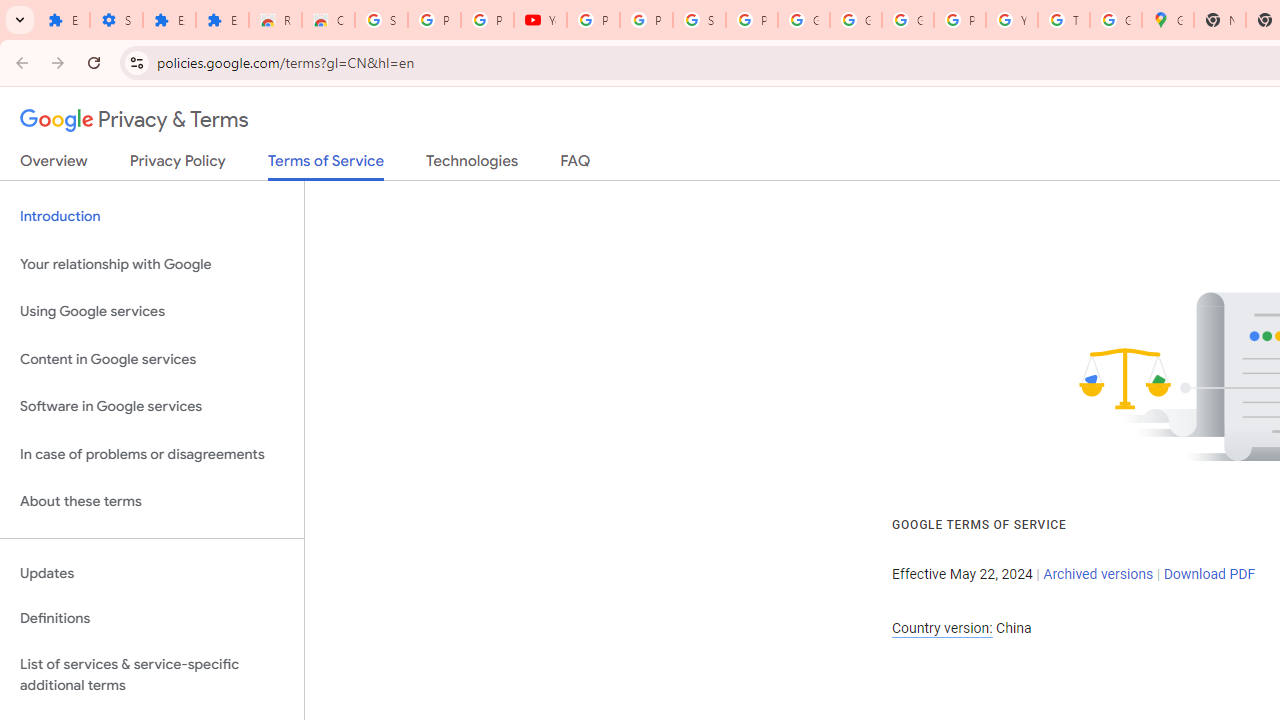  I want to click on 'Software in Google services', so click(151, 406).